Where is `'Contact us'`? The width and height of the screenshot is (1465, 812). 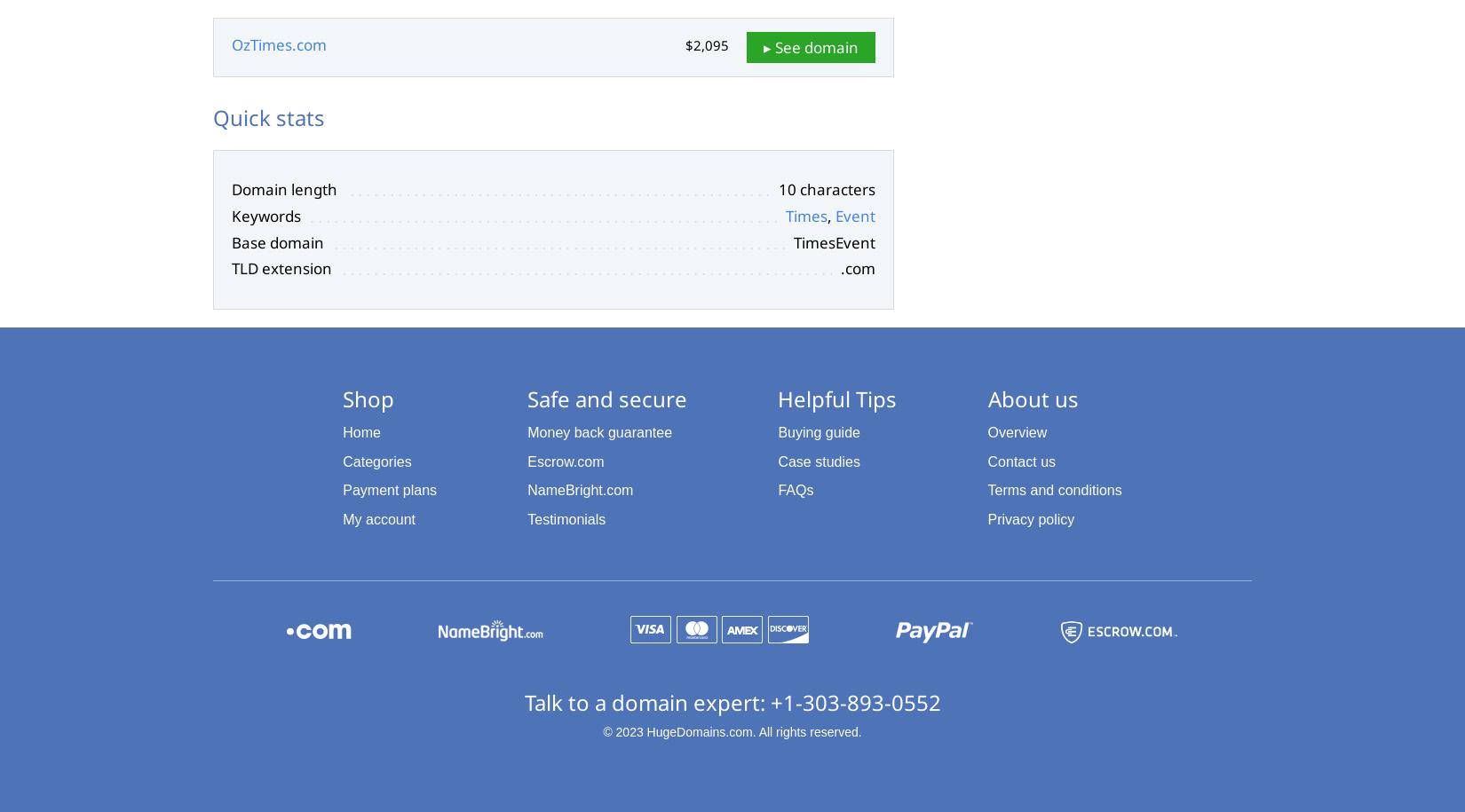
'Contact us' is located at coordinates (1021, 461).